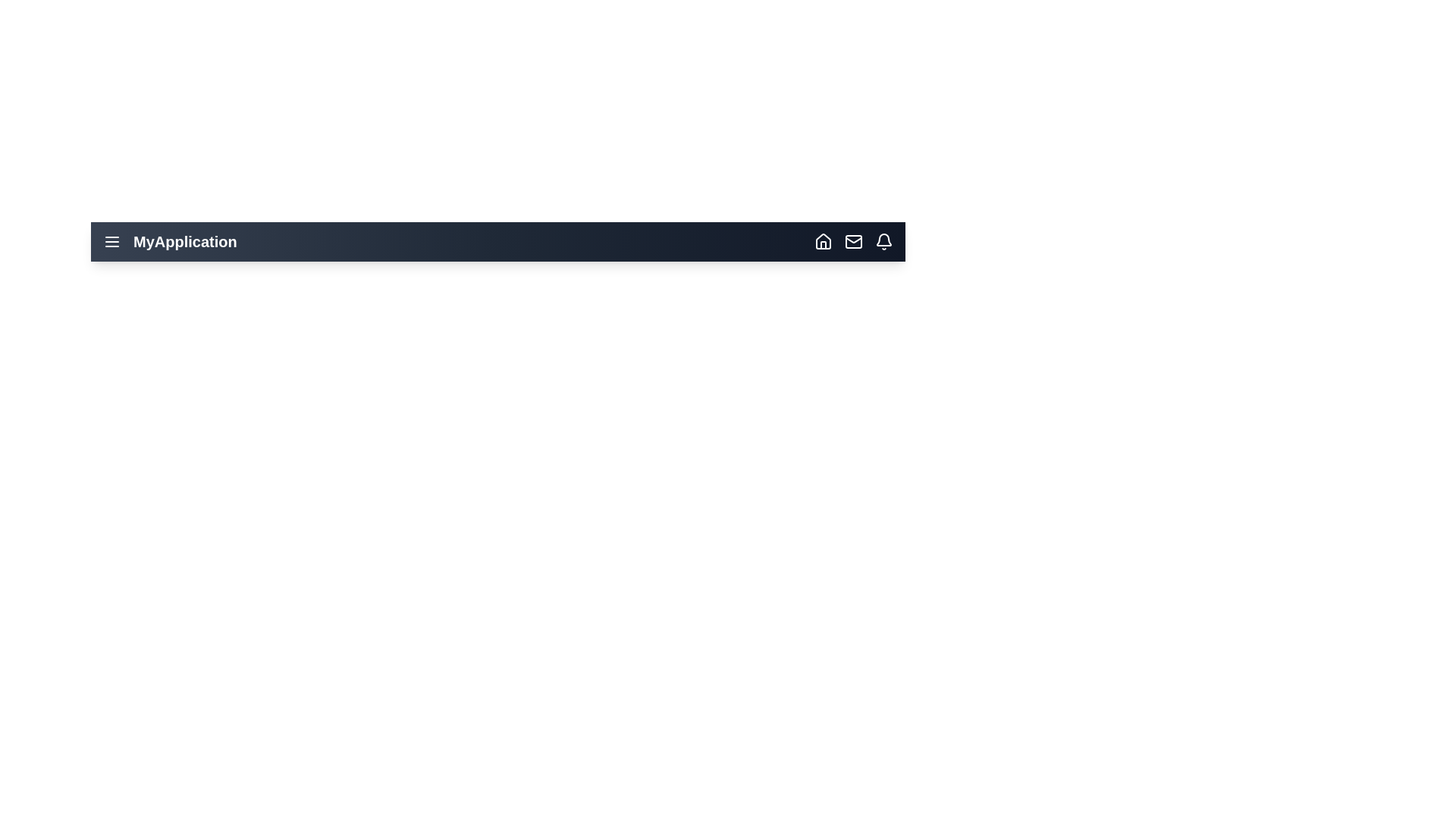 This screenshot has width=1456, height=819. I want to click on the mail icon to open the mail section, so click(854, 241).